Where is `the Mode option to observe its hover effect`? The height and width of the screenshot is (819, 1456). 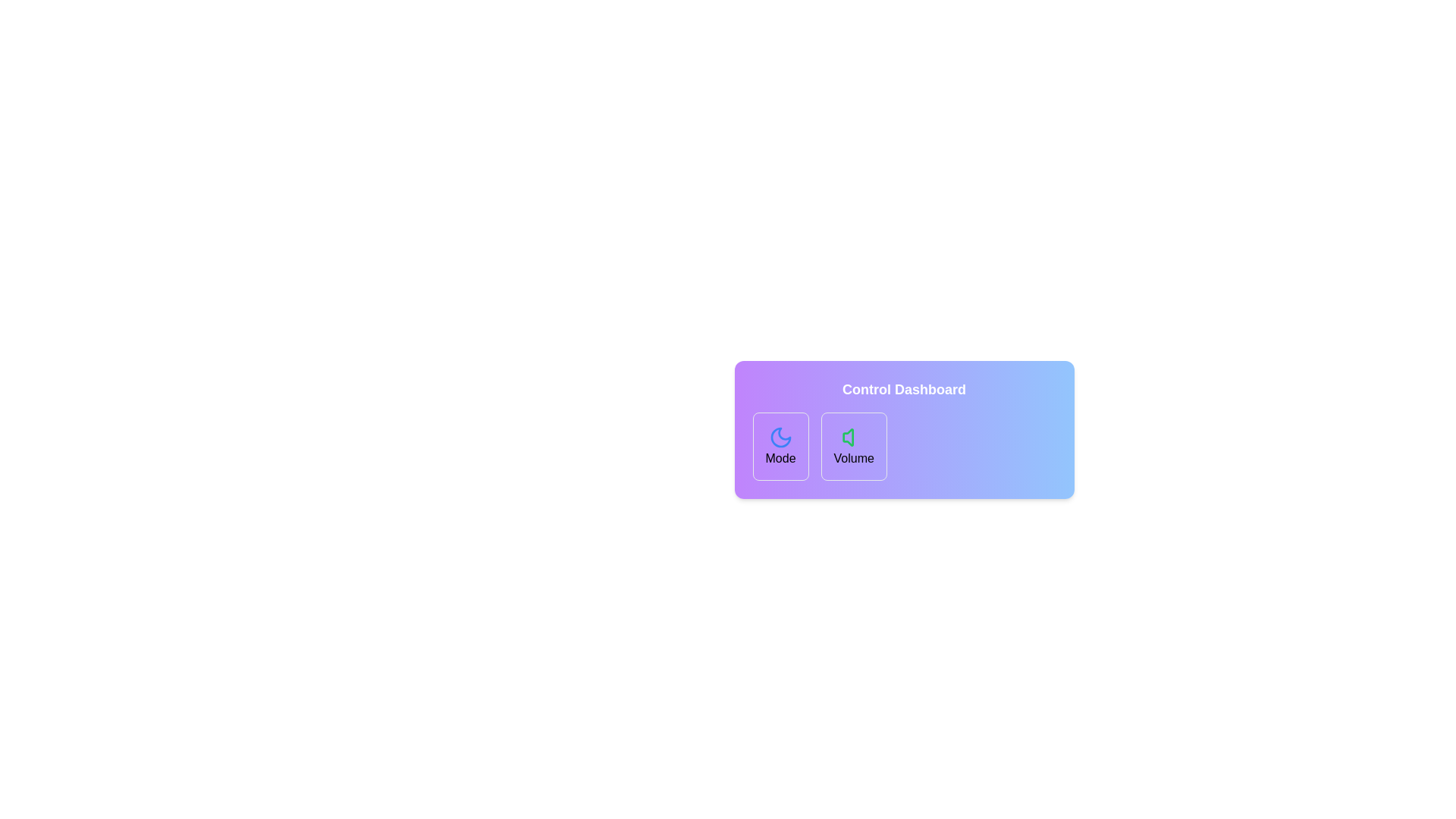
the Mode option to observe its hover effect is located at coordinates (780, 446).